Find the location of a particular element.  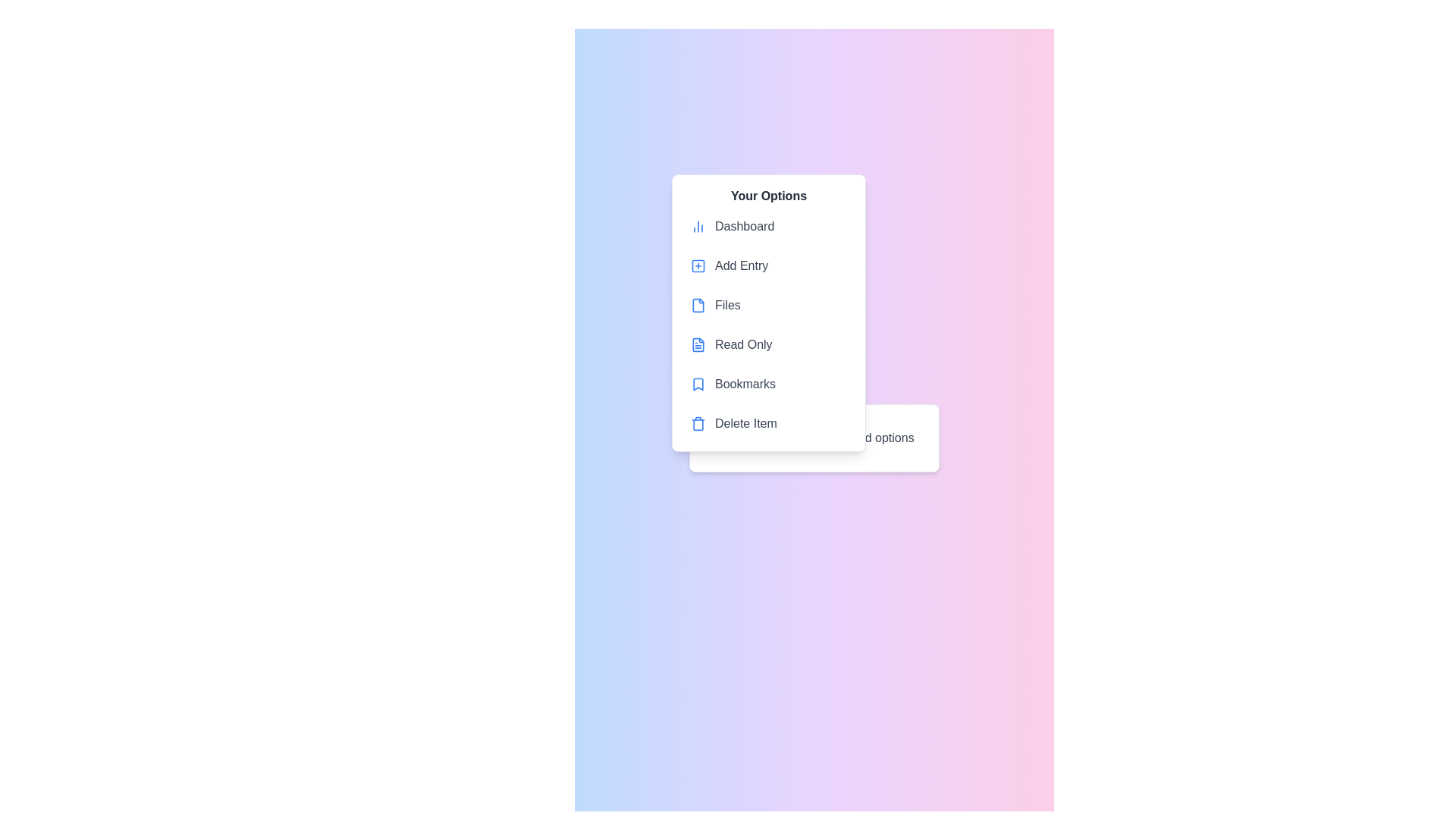

the menu item labeled 'Add Entry' in the context menu is located at coordinates (768, 265).